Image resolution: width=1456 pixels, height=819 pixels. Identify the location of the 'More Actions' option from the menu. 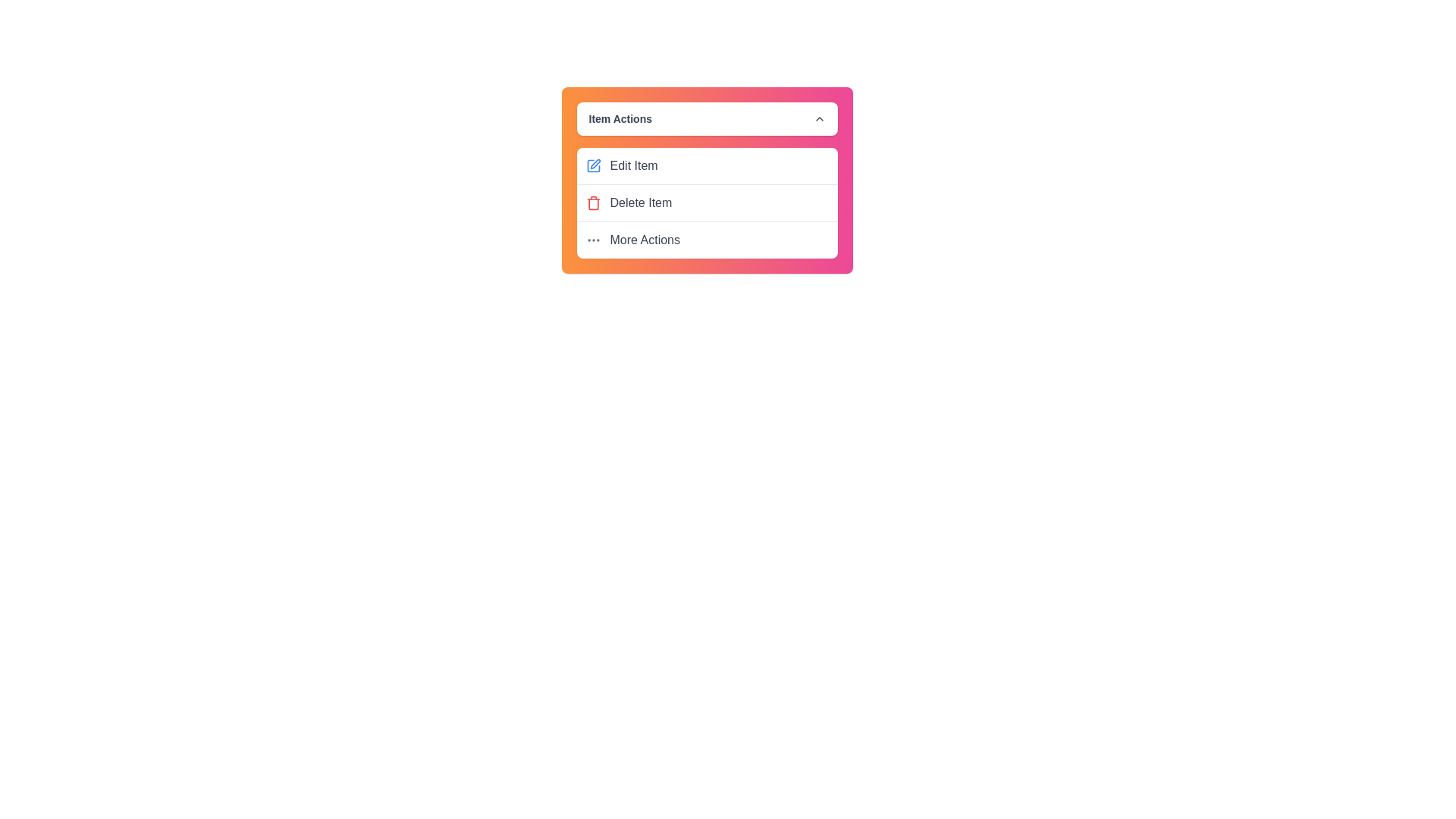
(706, 239).